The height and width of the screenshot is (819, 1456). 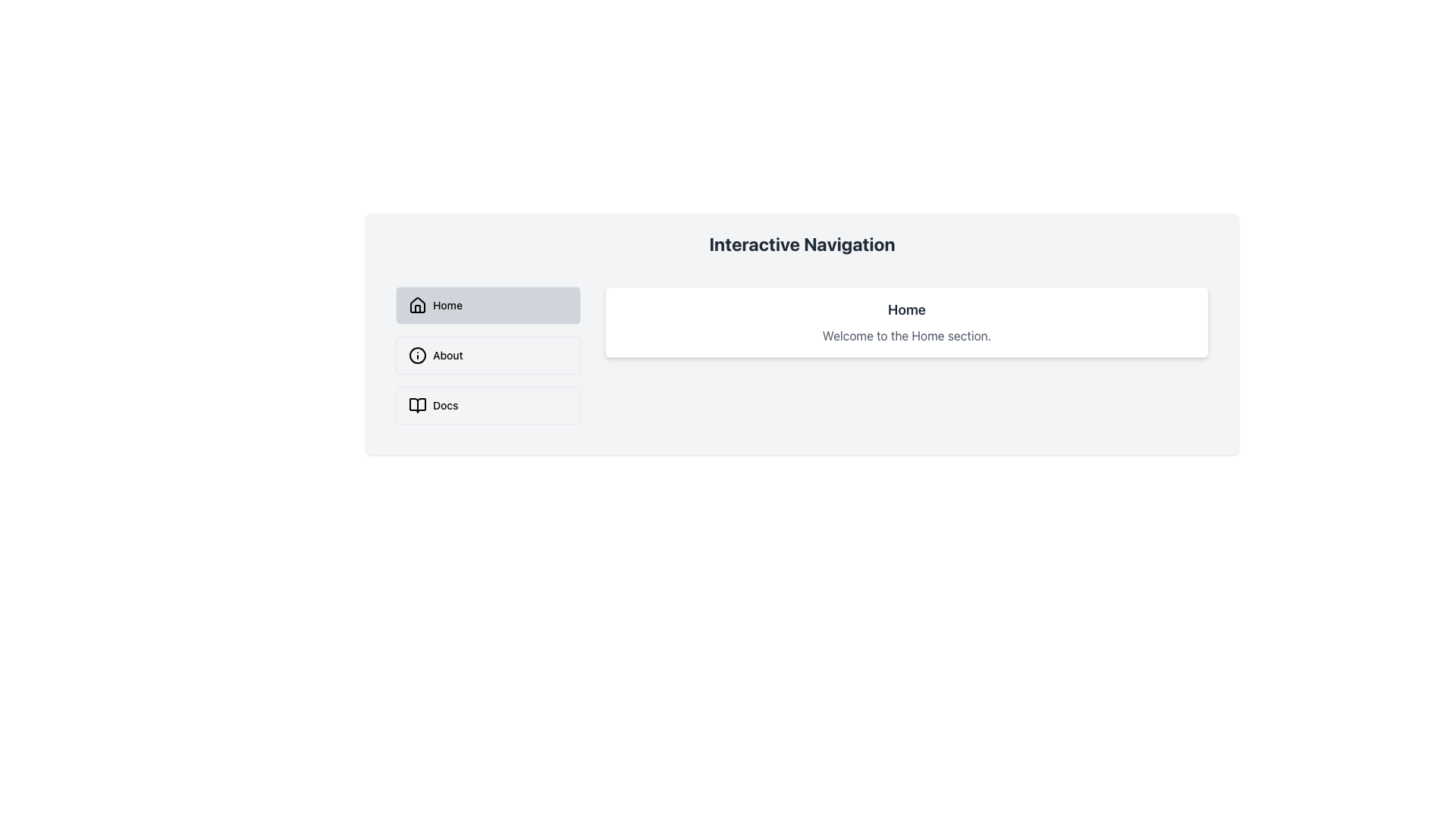 I want to click on the 'Home' icon in the vertical navigation panel, so click(x=418, y=305).